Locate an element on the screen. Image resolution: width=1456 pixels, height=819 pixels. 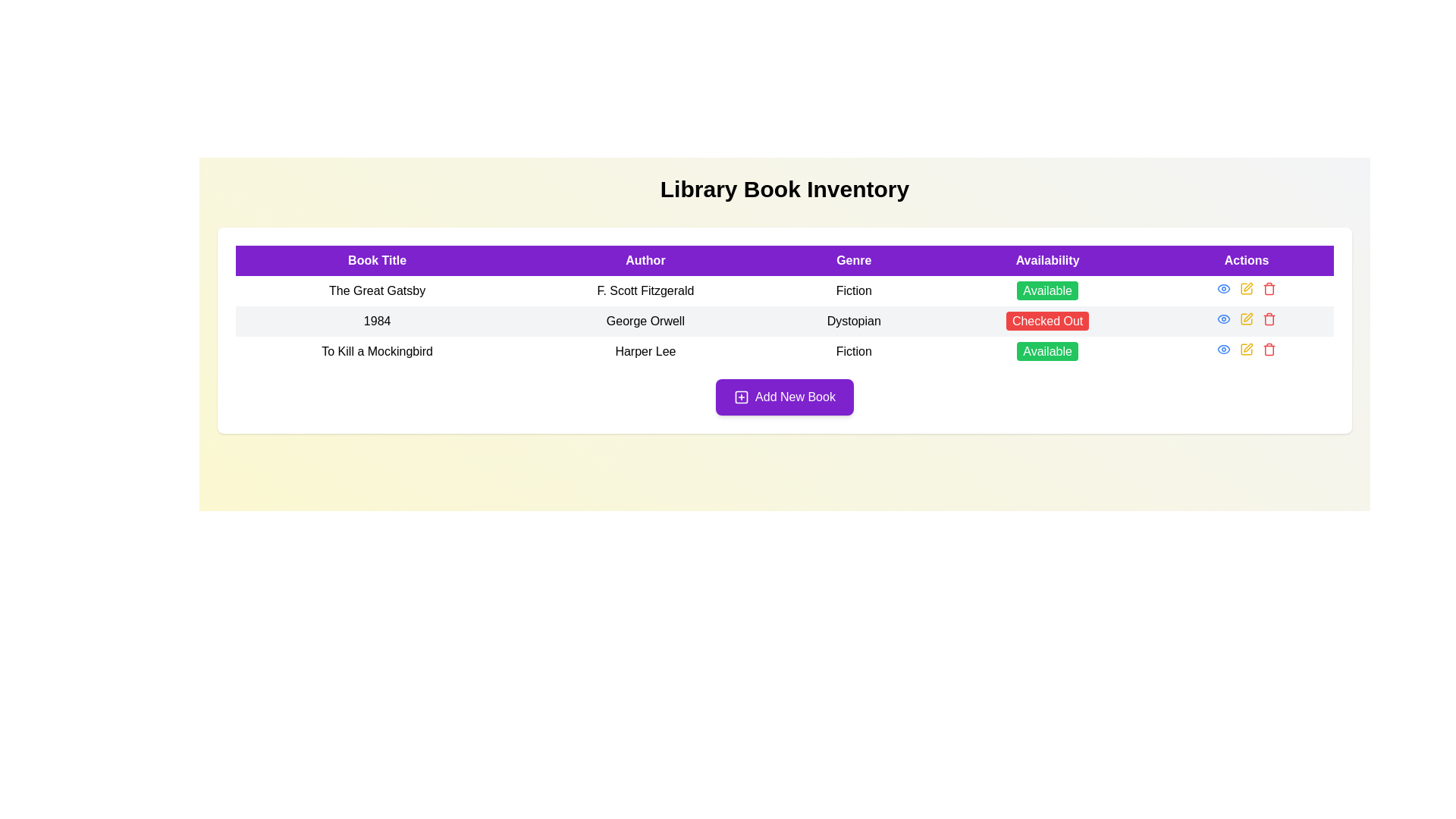
the edit button located to the right of the 'Actions' column in the row for the book '1984' by George Orwell is located at coordinates (1246, 289).